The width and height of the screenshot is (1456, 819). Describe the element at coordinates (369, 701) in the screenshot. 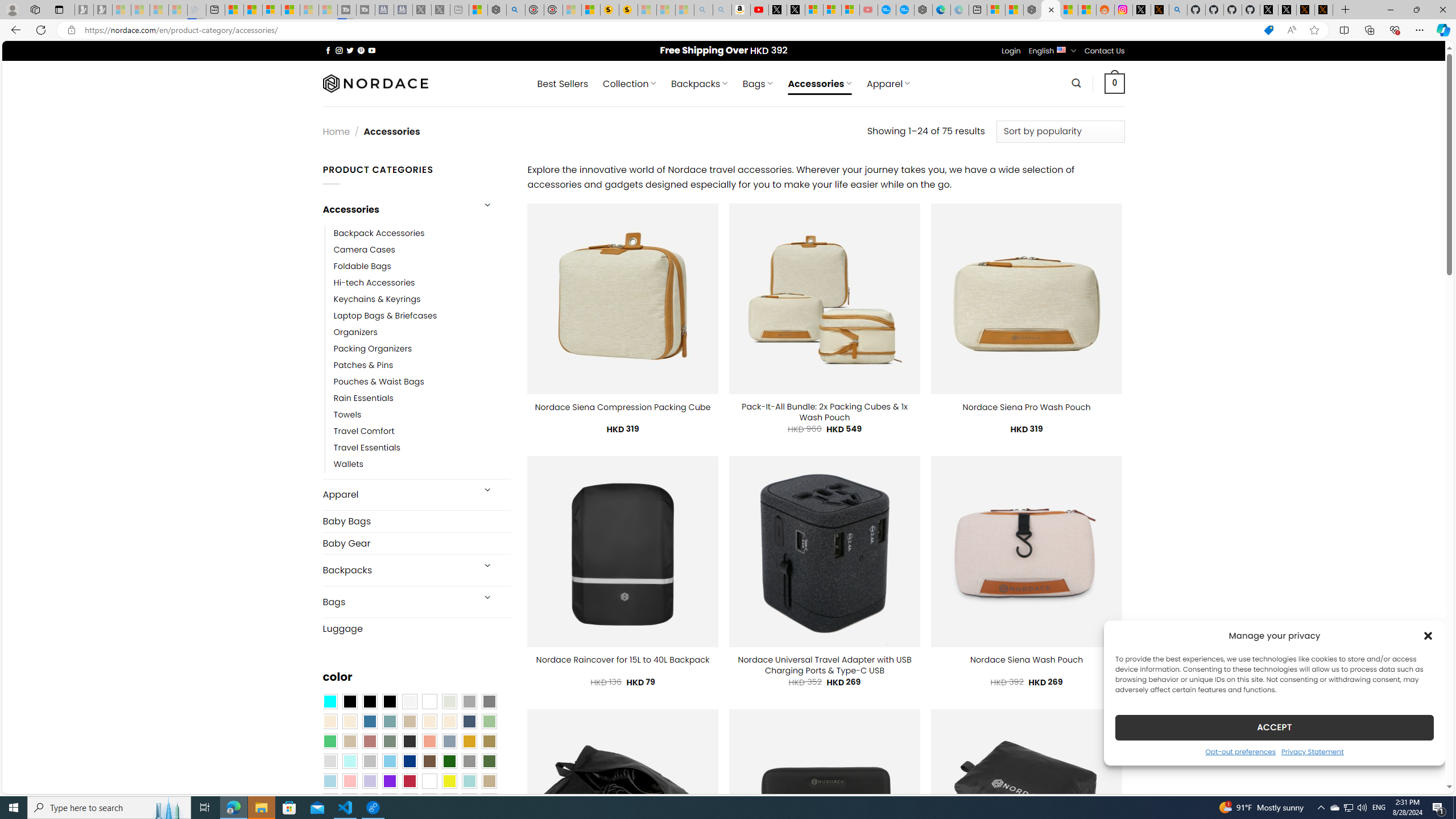

I see `'Black'` at that location.